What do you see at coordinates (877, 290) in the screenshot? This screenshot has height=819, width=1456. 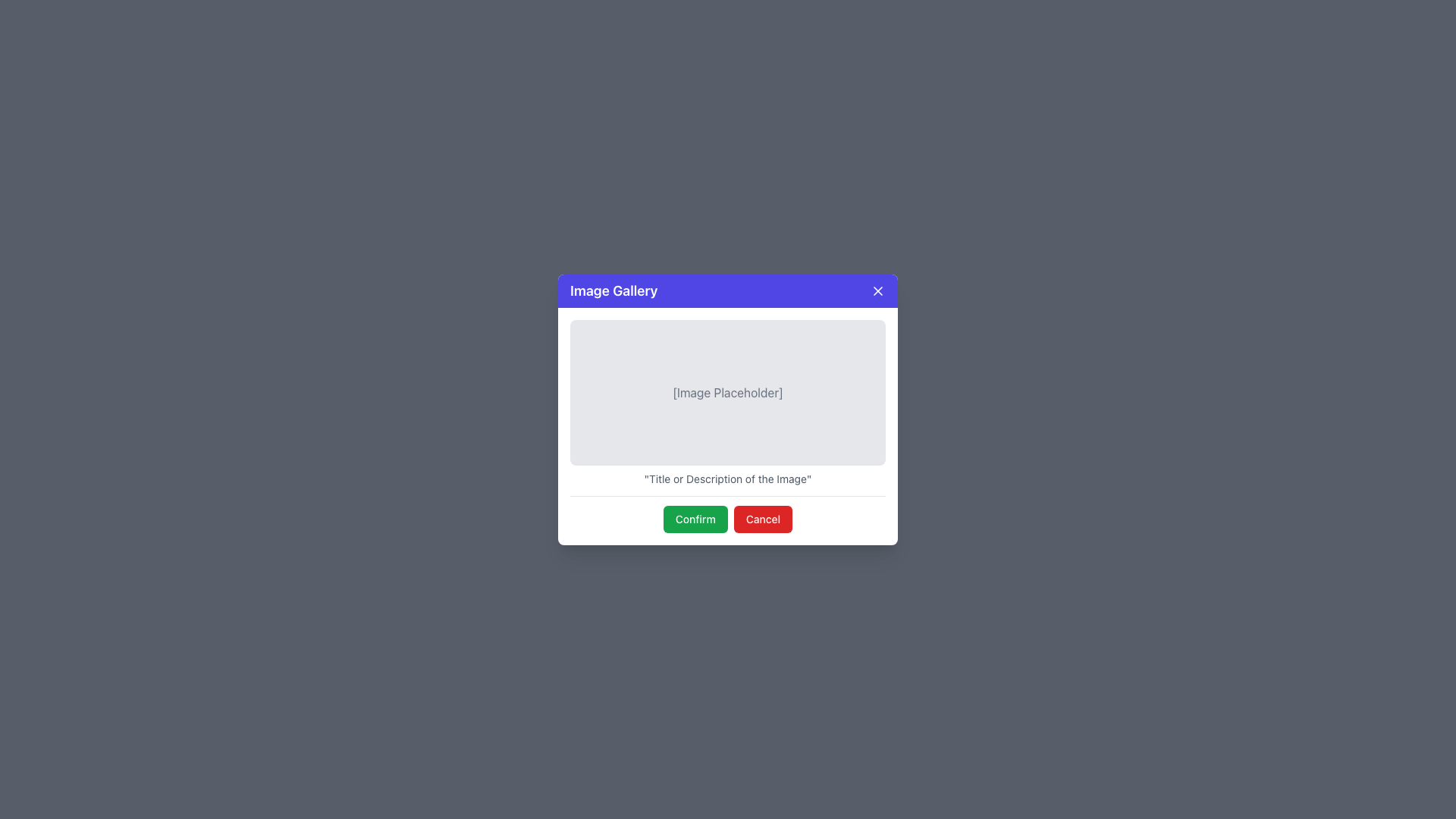 I see `the close button located in the top-right corner of the modal header titled 'Image Gallery'` at bounding box center [877, 290].